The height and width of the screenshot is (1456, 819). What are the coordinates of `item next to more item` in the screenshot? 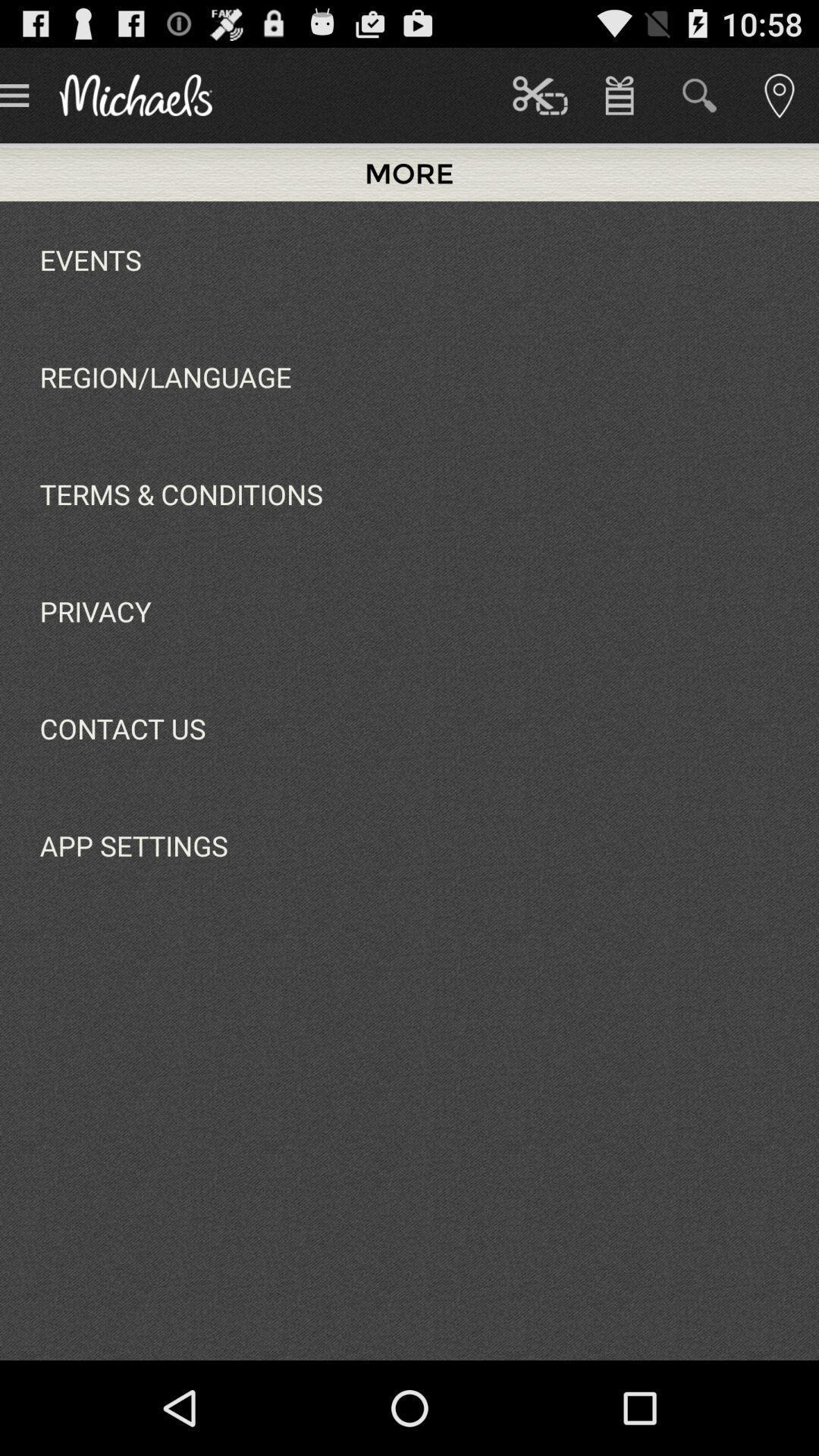 It's located at (539, 94).